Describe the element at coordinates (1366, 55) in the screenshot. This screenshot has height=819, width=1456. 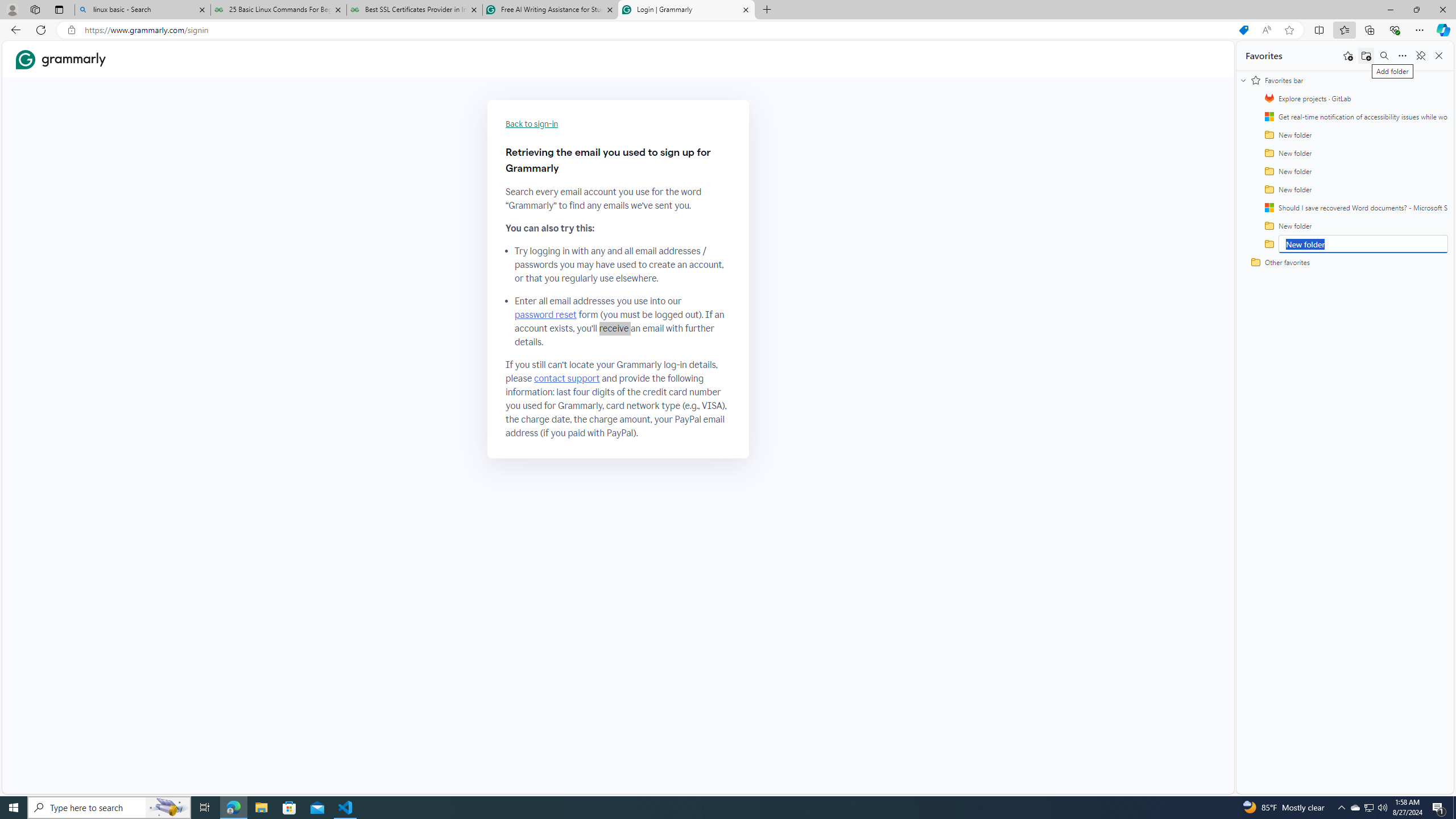
I see `'Add folder'` at that location.